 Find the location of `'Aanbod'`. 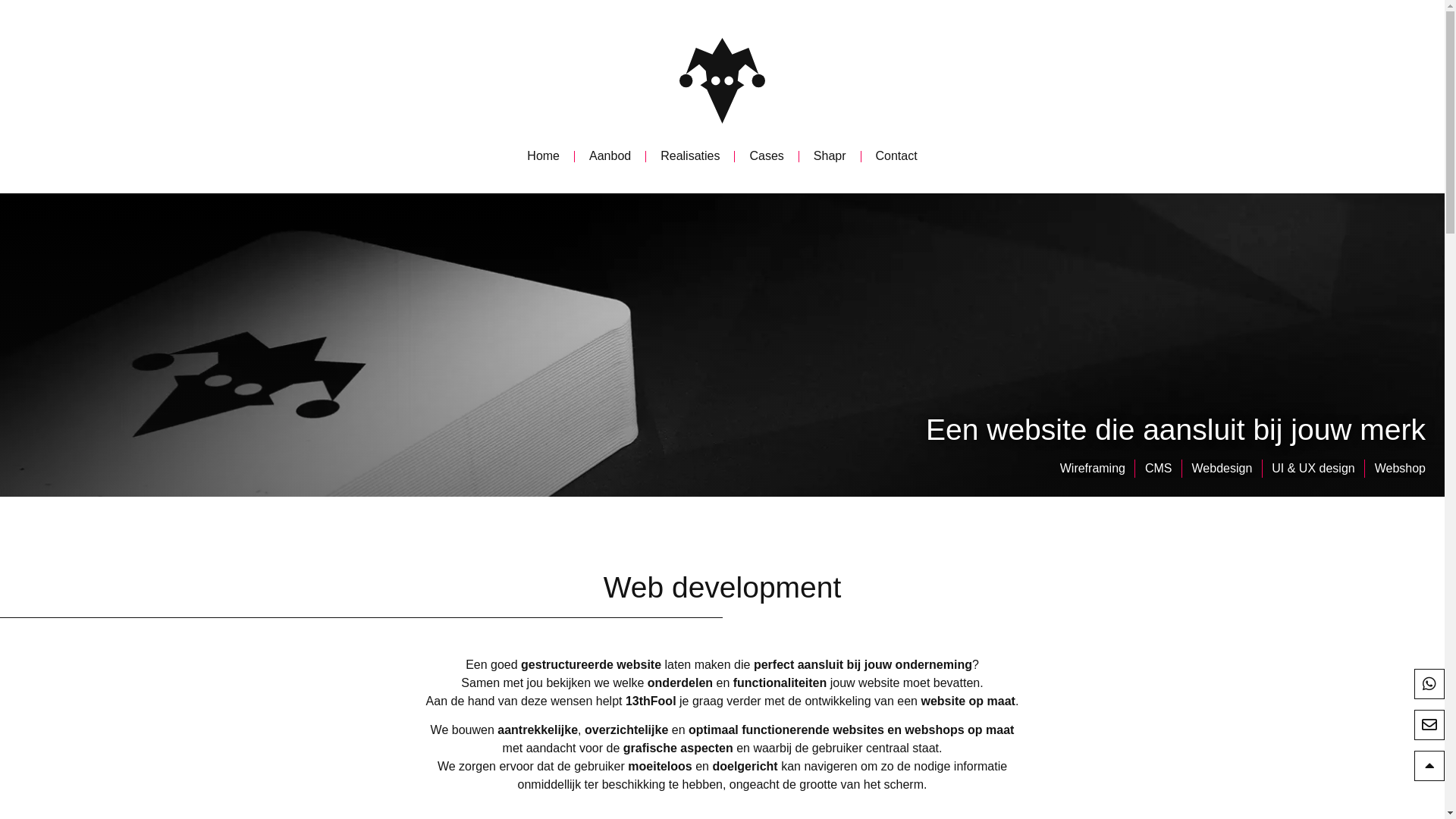

'Aanbod' is located at coordinates (610, 155).